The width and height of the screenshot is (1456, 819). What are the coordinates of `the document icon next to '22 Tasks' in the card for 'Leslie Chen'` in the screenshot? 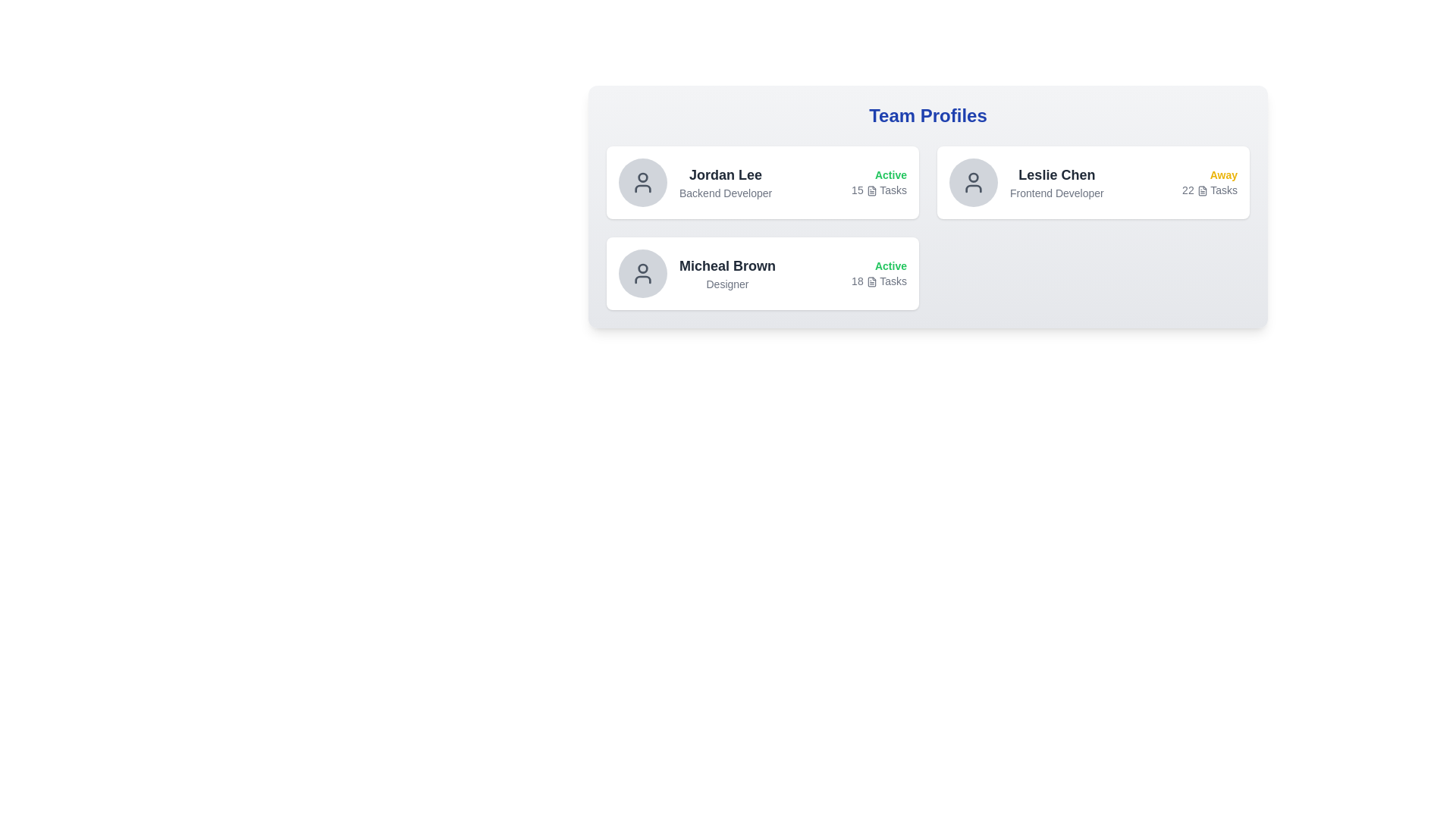 It's located at (1201, 190).